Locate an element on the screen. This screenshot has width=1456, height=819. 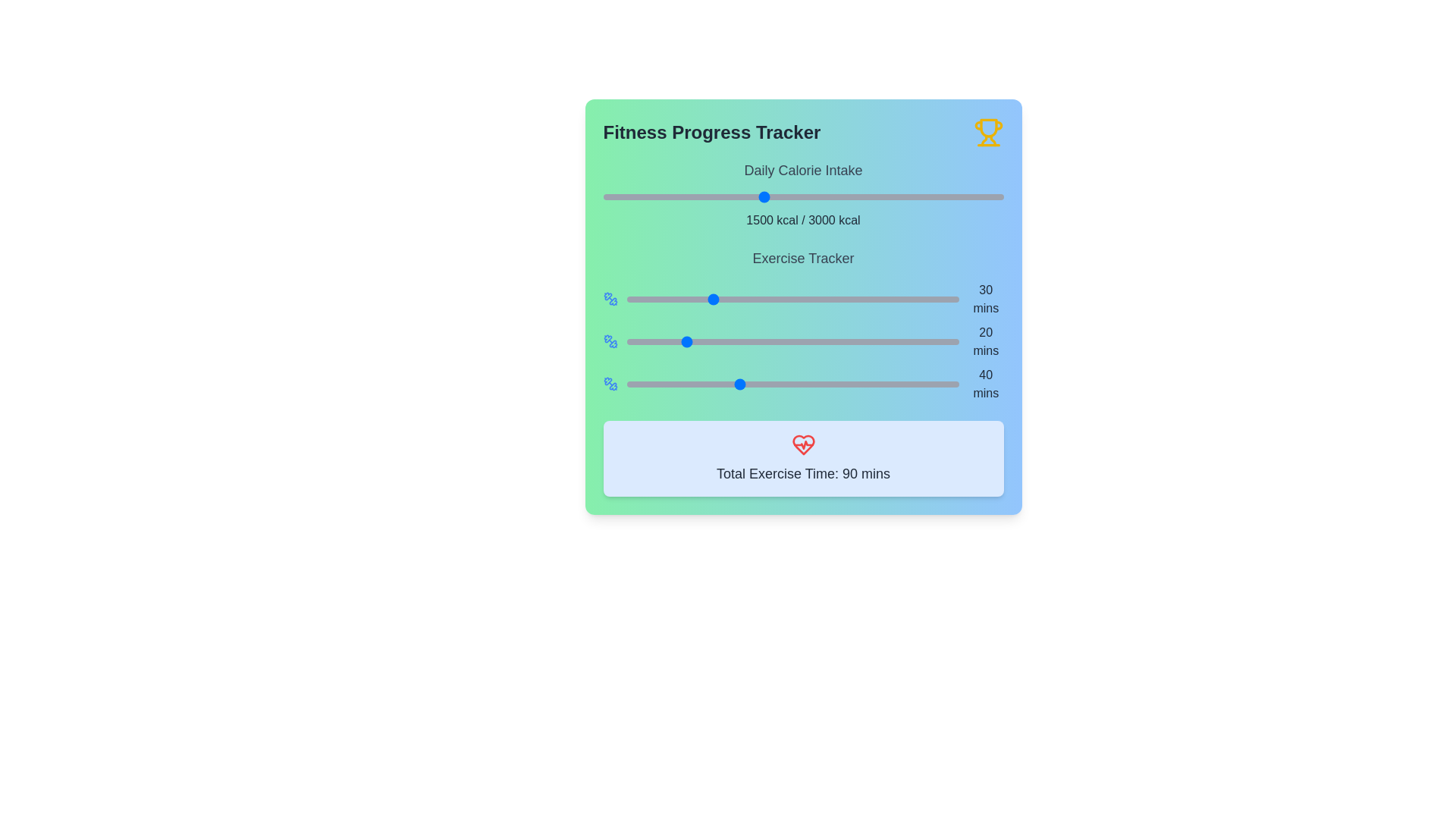
the slider control located under the 'Exercise Tracker' section to change its value, which is currently set to 40 is located at coordinates (792, 383).